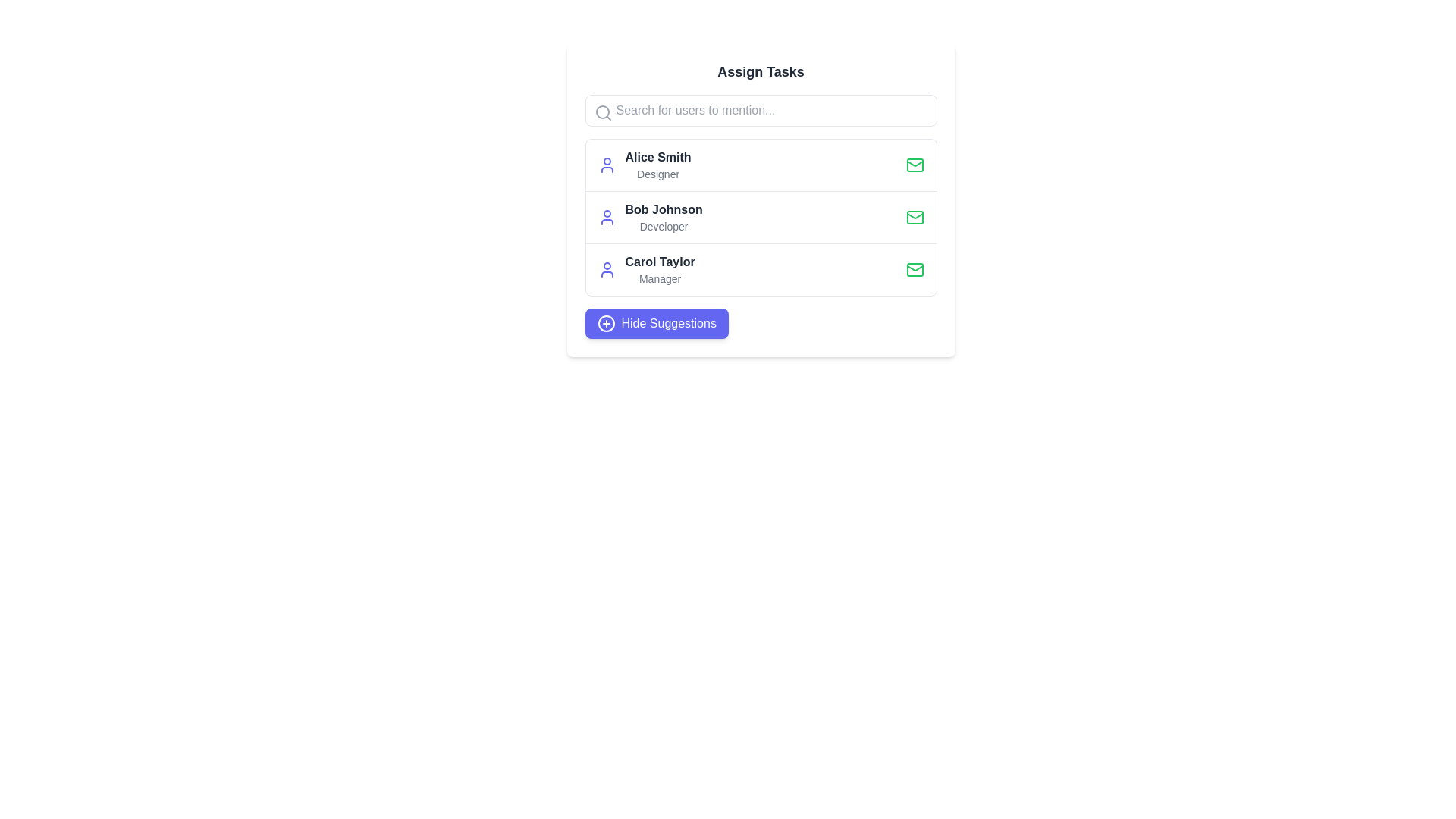  Describe the element at coordinates (664, 227) in the screenshot. I see `the small text label 'Developer' located directly below the larger 'Bob Johnson' label in the 'Assign Tasks' panel` at that location.